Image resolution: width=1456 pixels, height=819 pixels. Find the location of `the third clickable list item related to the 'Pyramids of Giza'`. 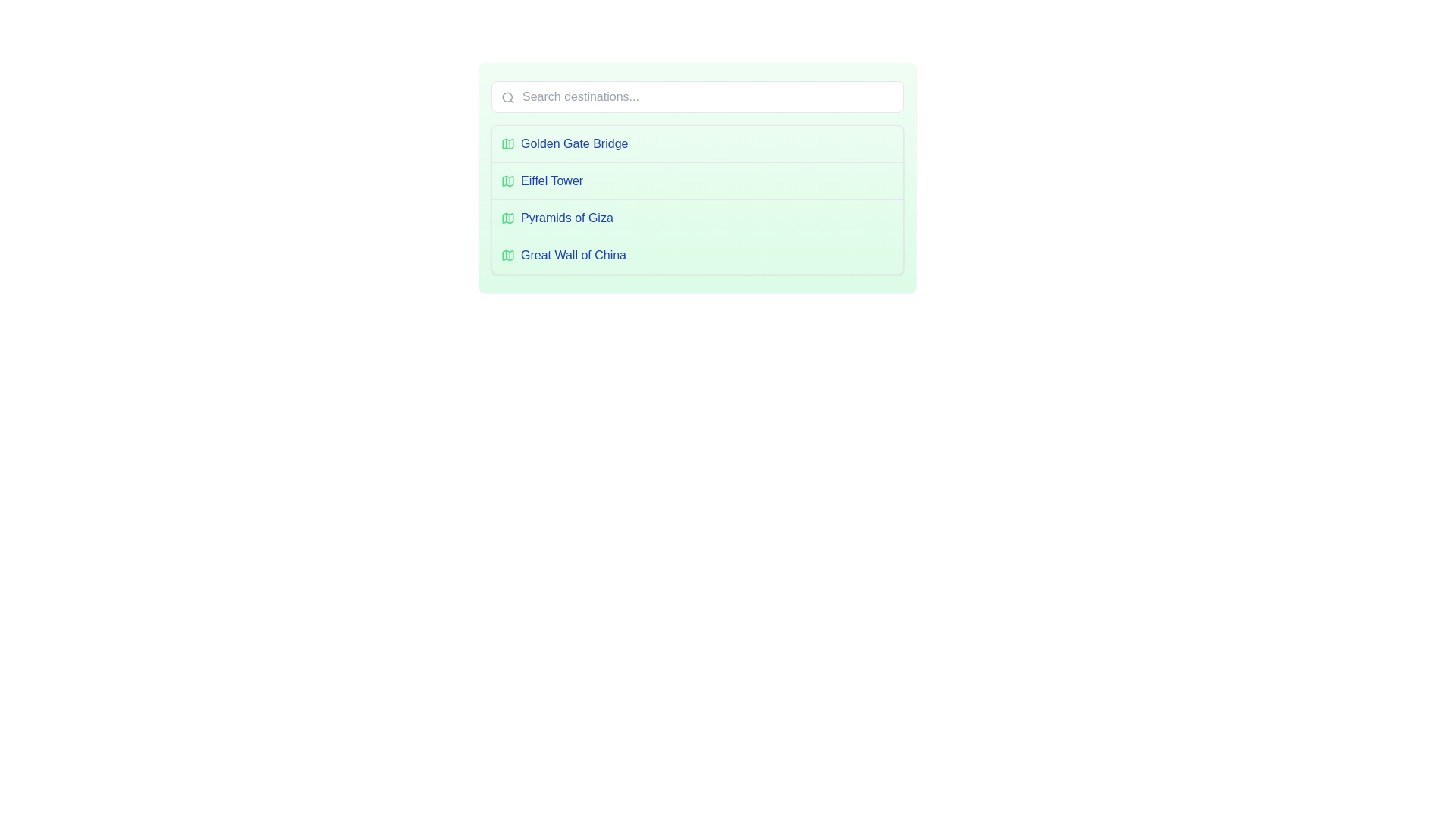

the third clickable list item related to the 'Pyramids of Giza' is located at coordinates (697, 218).